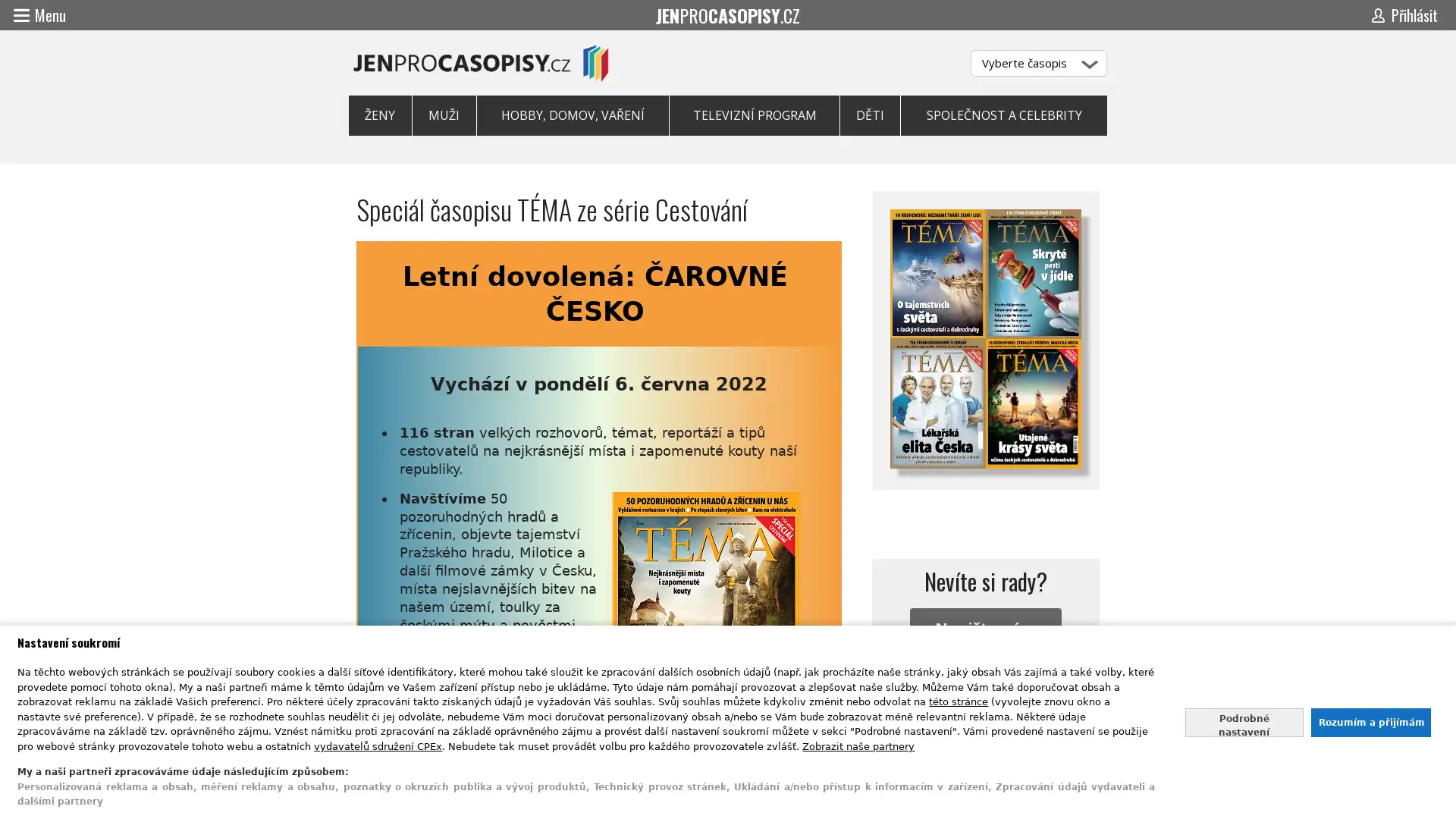 This screenshot has height=819, width=1456. I want to click on Nastavte sve souhlasy, so click(1244, 721).